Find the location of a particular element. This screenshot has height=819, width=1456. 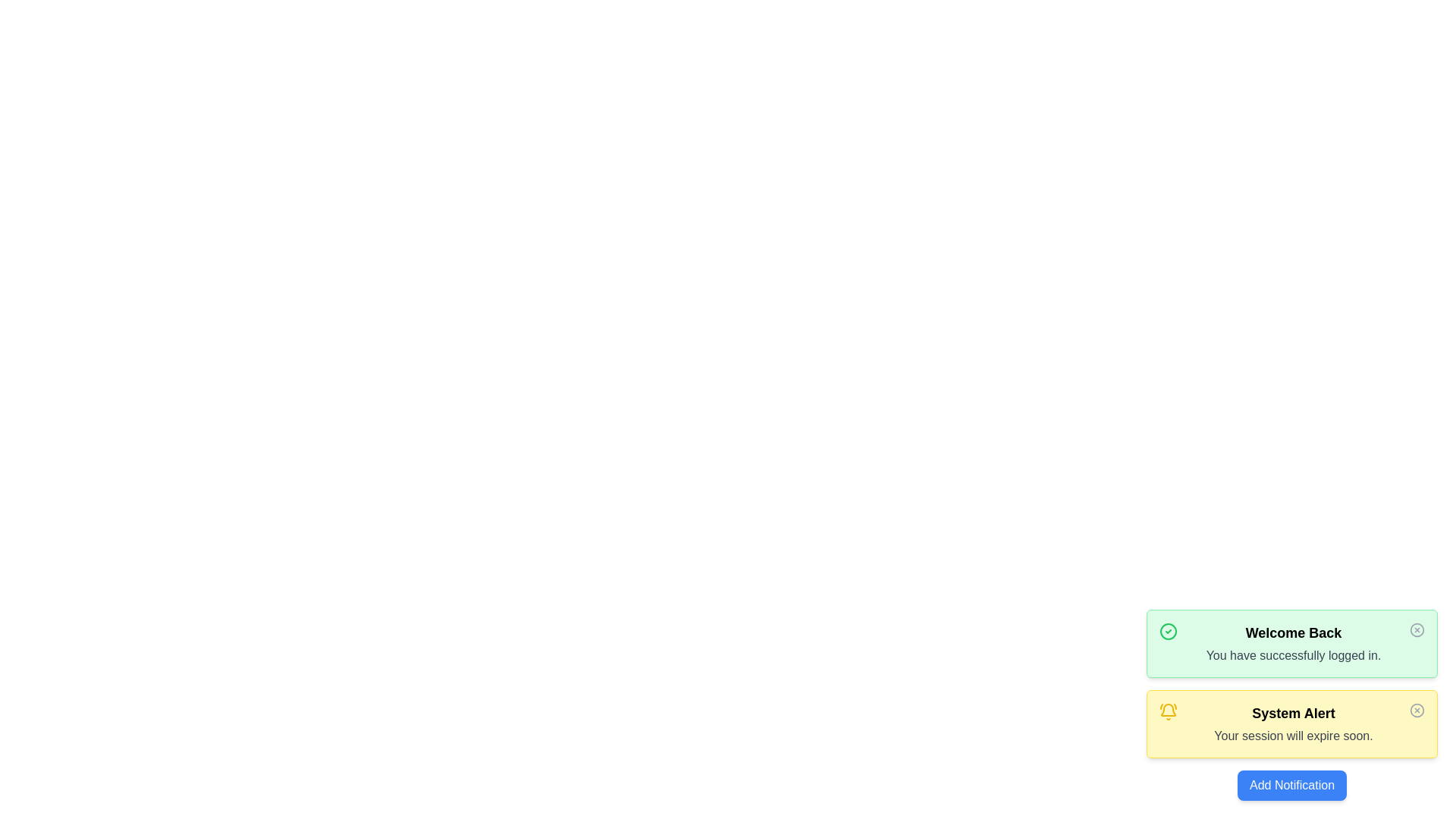

the small circular button with a light gray outline and darker gray symbol located at the top-right corner of the 'System Alert' notification box is located at coordinates (1416, 711).